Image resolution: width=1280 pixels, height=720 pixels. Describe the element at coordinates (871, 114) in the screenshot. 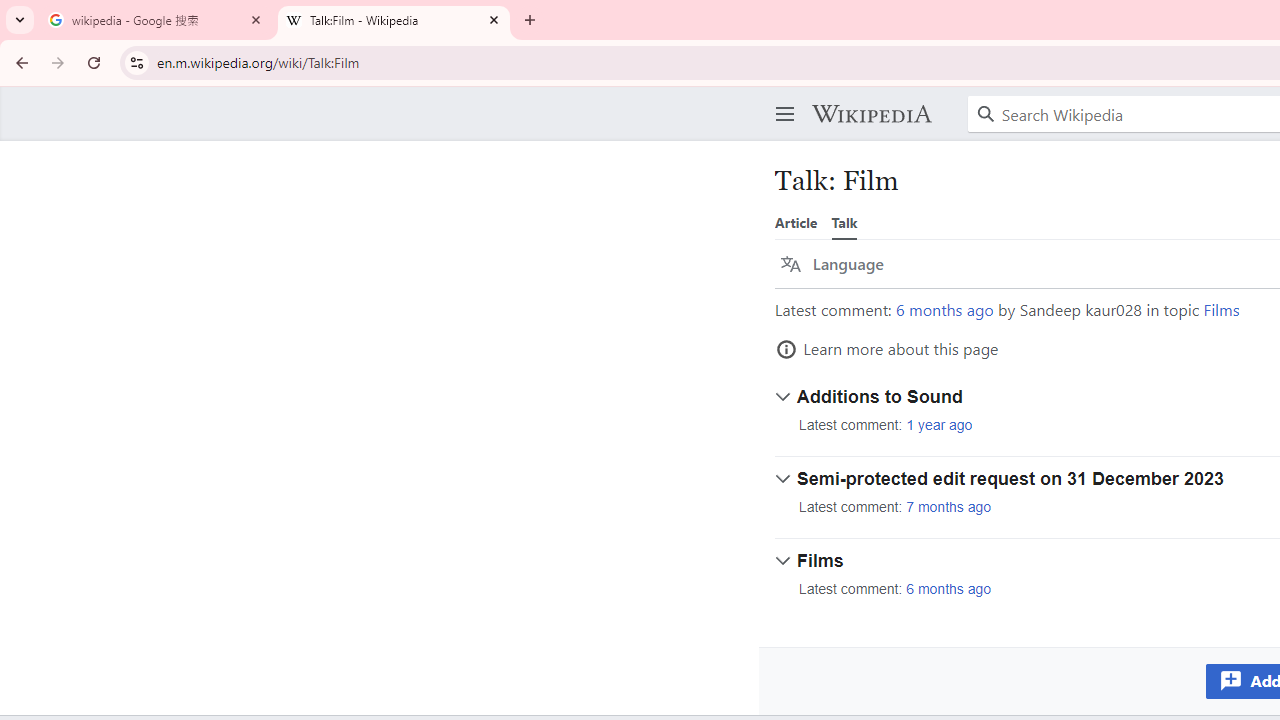

I see `'Wikipedia'` at that location.